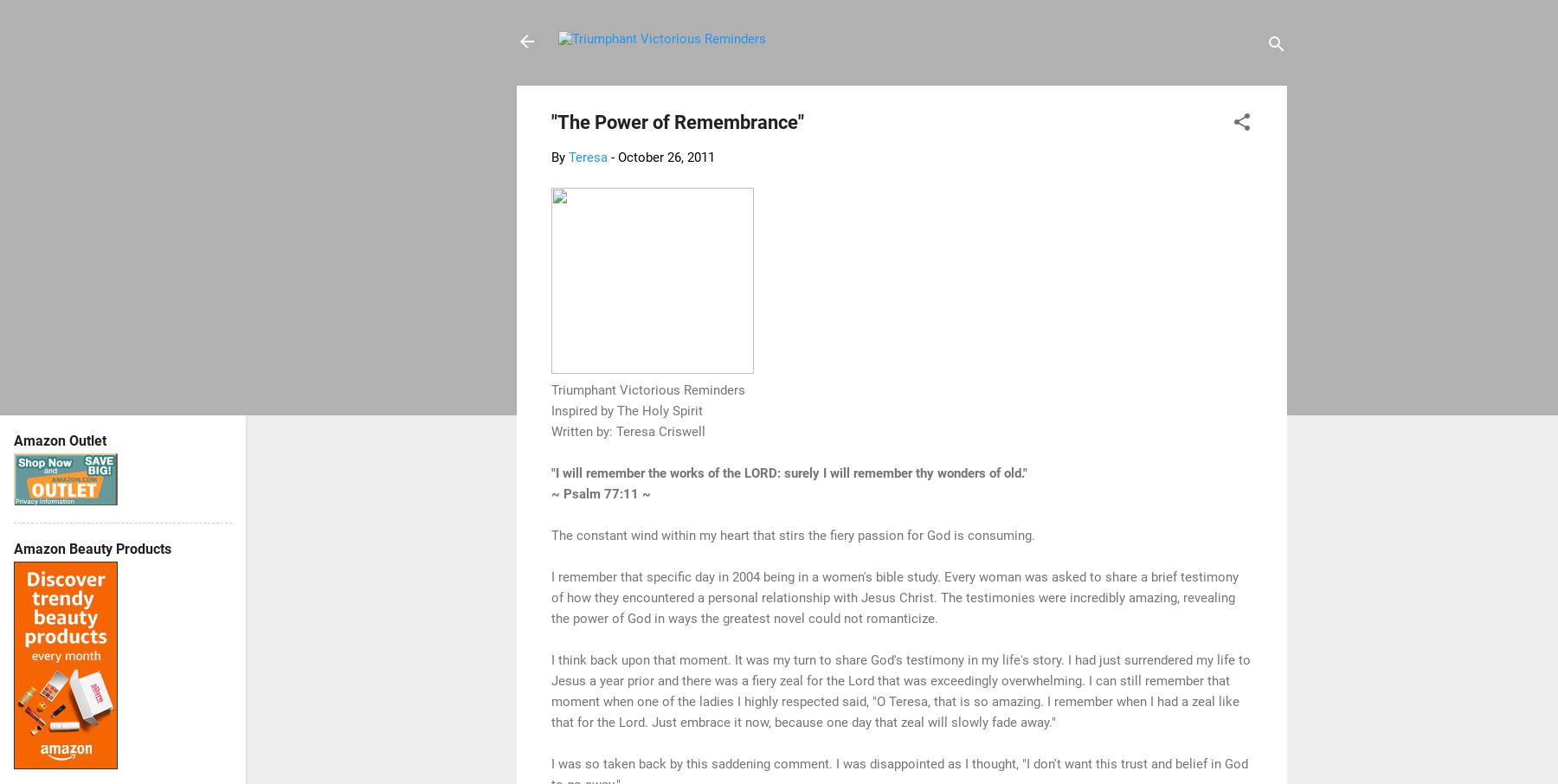  I want to click on 'I think back upon that moment. It was my turn to share God's testimony in my life's story. I had just surrendered my life to Jesus a year prior and there was a fiery zeal for the Lord that was exceedingly overwhelming.  I can still remember that moment when one of the ladies I highly respected said, "O Teresa, that is so amazing.  I remember when I had a zeal like that for the Lord.  Just embrace it now, because one day that zeal will slowly fade away."', so click(900, 691).